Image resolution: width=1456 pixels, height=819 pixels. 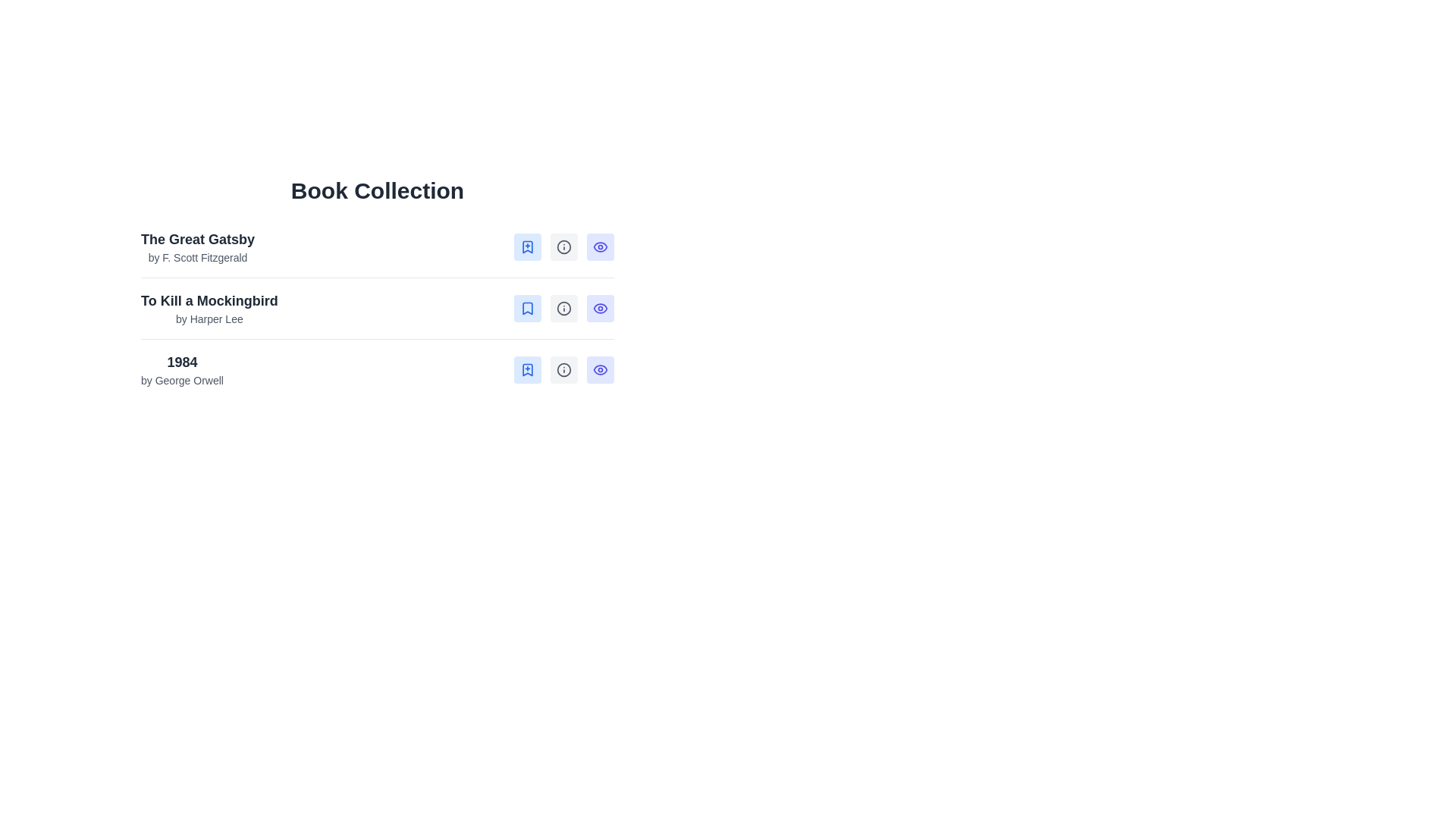 I want to click on the second clickable button in a row of three, located near the right of the first entry in the list, to change its background color, so click(x=563, y=246).